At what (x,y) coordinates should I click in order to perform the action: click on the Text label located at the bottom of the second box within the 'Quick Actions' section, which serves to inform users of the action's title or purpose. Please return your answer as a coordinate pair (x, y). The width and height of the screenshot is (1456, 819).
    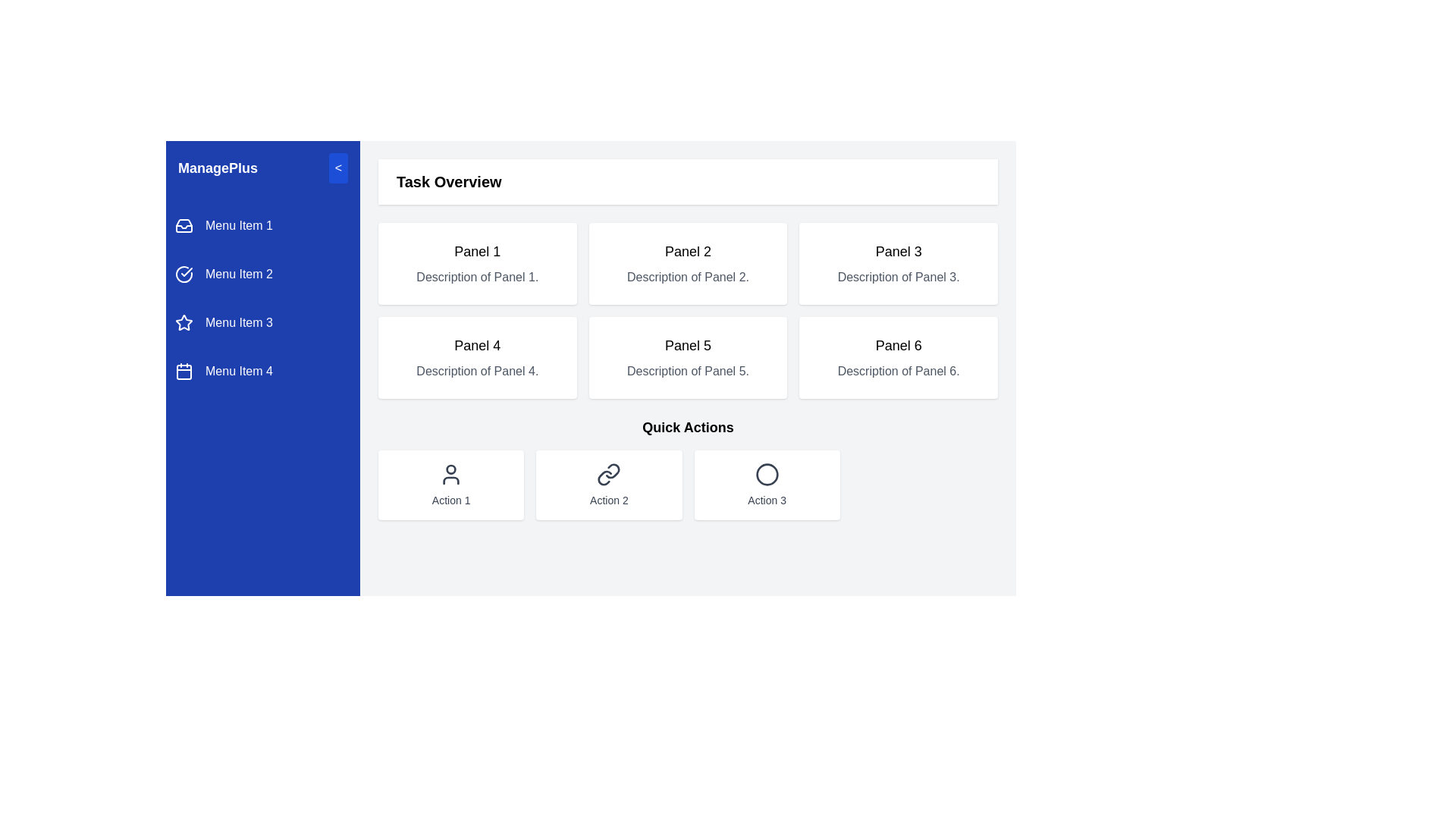
    Looking at the image, I should click on (609, 500).